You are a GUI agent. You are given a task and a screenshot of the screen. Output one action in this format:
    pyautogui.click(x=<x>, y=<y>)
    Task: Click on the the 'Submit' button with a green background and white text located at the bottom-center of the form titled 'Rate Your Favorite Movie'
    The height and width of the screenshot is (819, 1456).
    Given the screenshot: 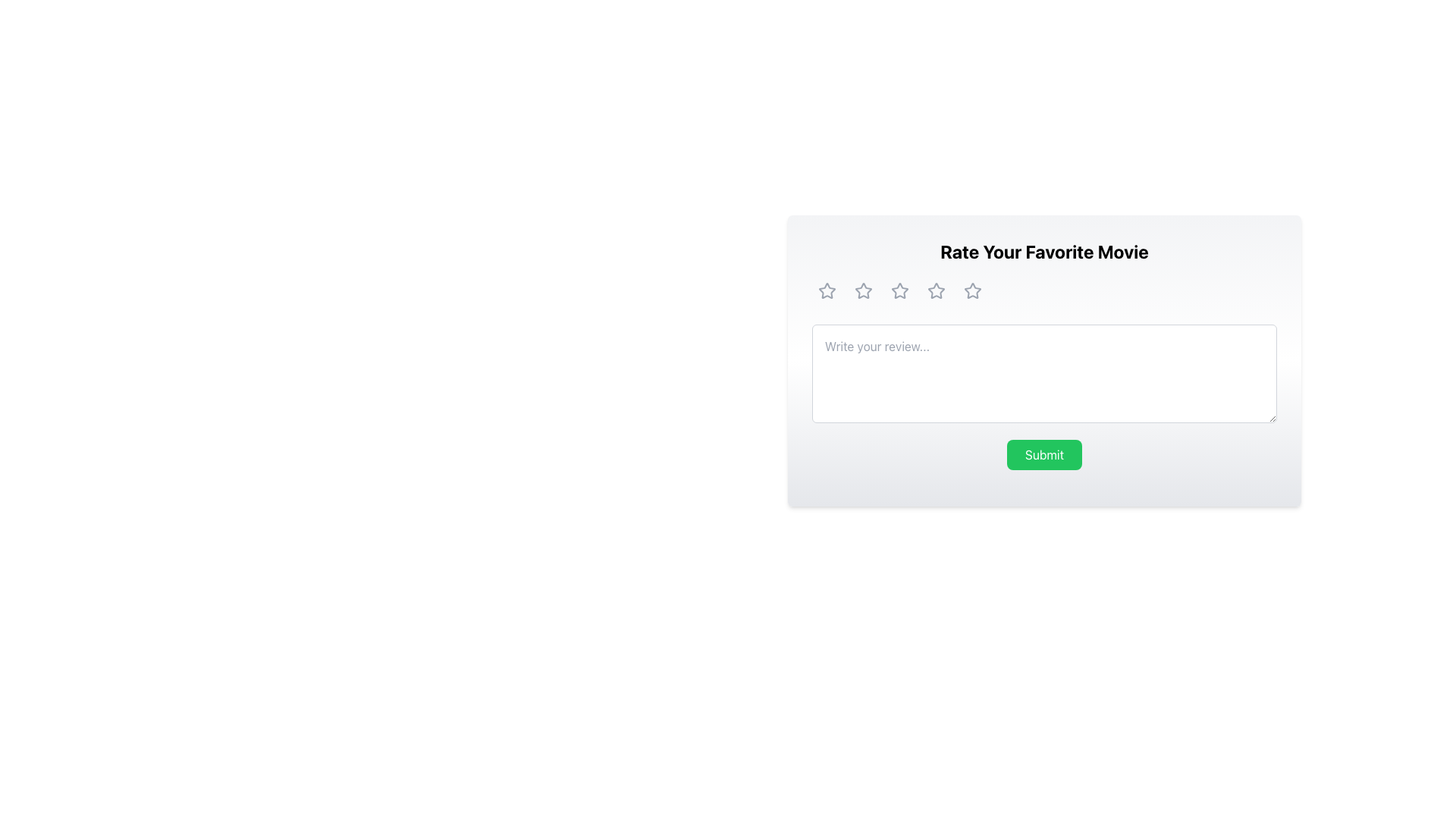 What is the action you would take?
    pyautogui.click(x=1043, y=454)
    